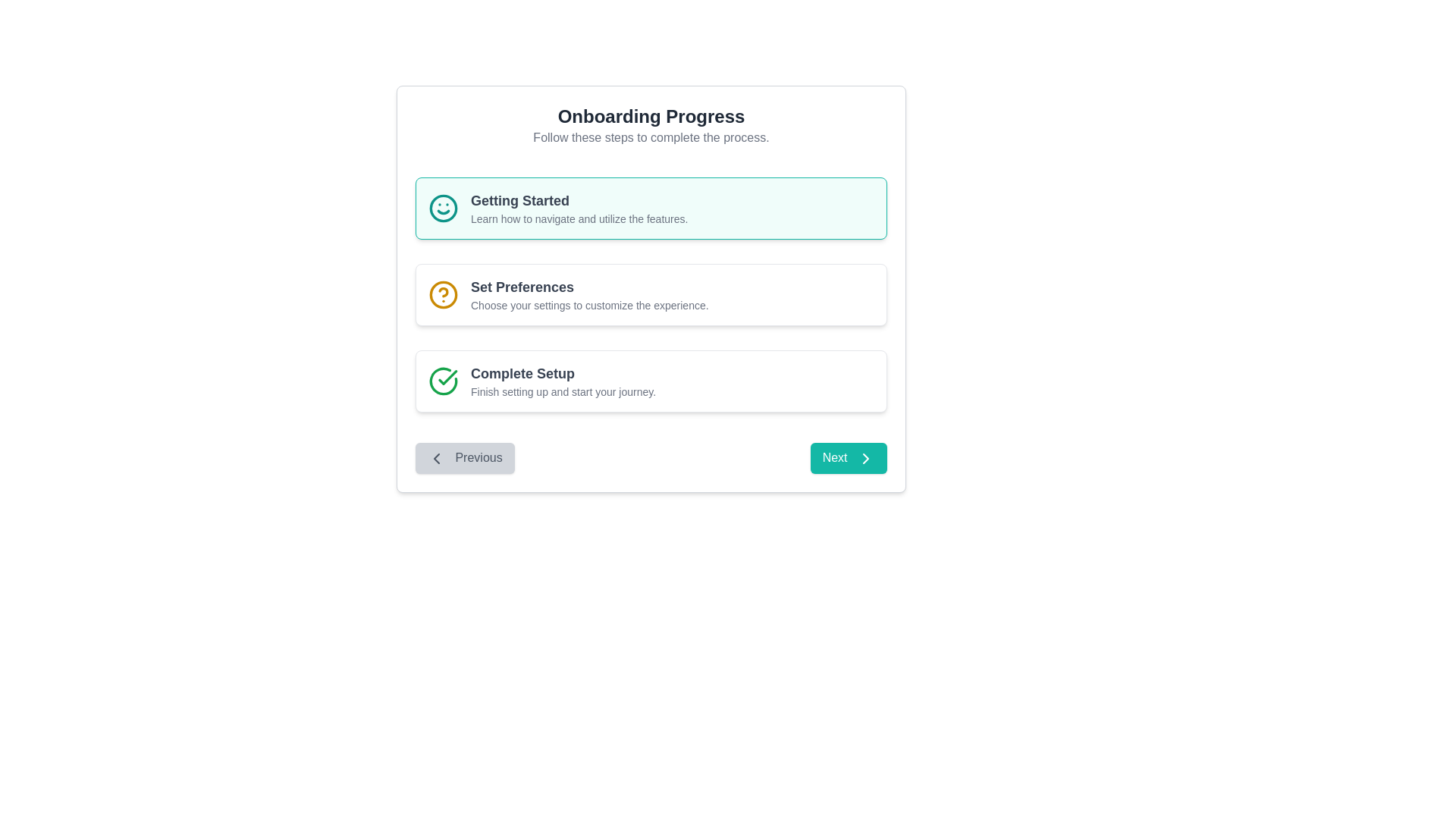 This screenshot has height=819, width=1456. I want to click on the styled text block that summarizes the final setup step in the onboarding process, located to the right of the green check icon and the bottommost item in the list of three steps under 'Onboarding Progress', so click(563, 380).